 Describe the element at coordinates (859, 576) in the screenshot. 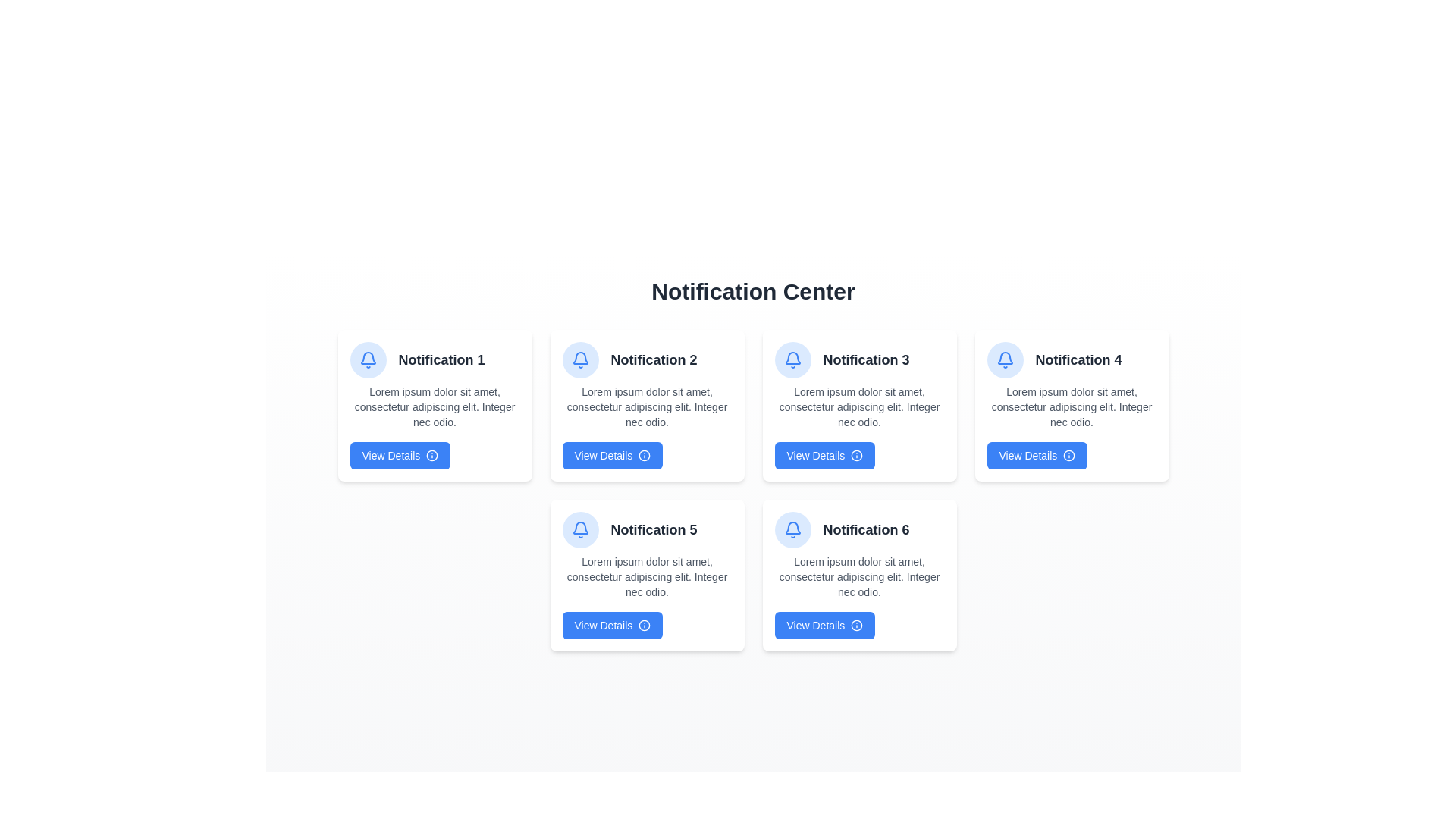

I see `the text block containing the placeholder text 'Lorem ipsum dolor sit amet, consectetur adipiscing elit. Integer nec odio.' in the notification card labeled 'Notification 6', located in the bottom-right corner of the grid layout` at that location.